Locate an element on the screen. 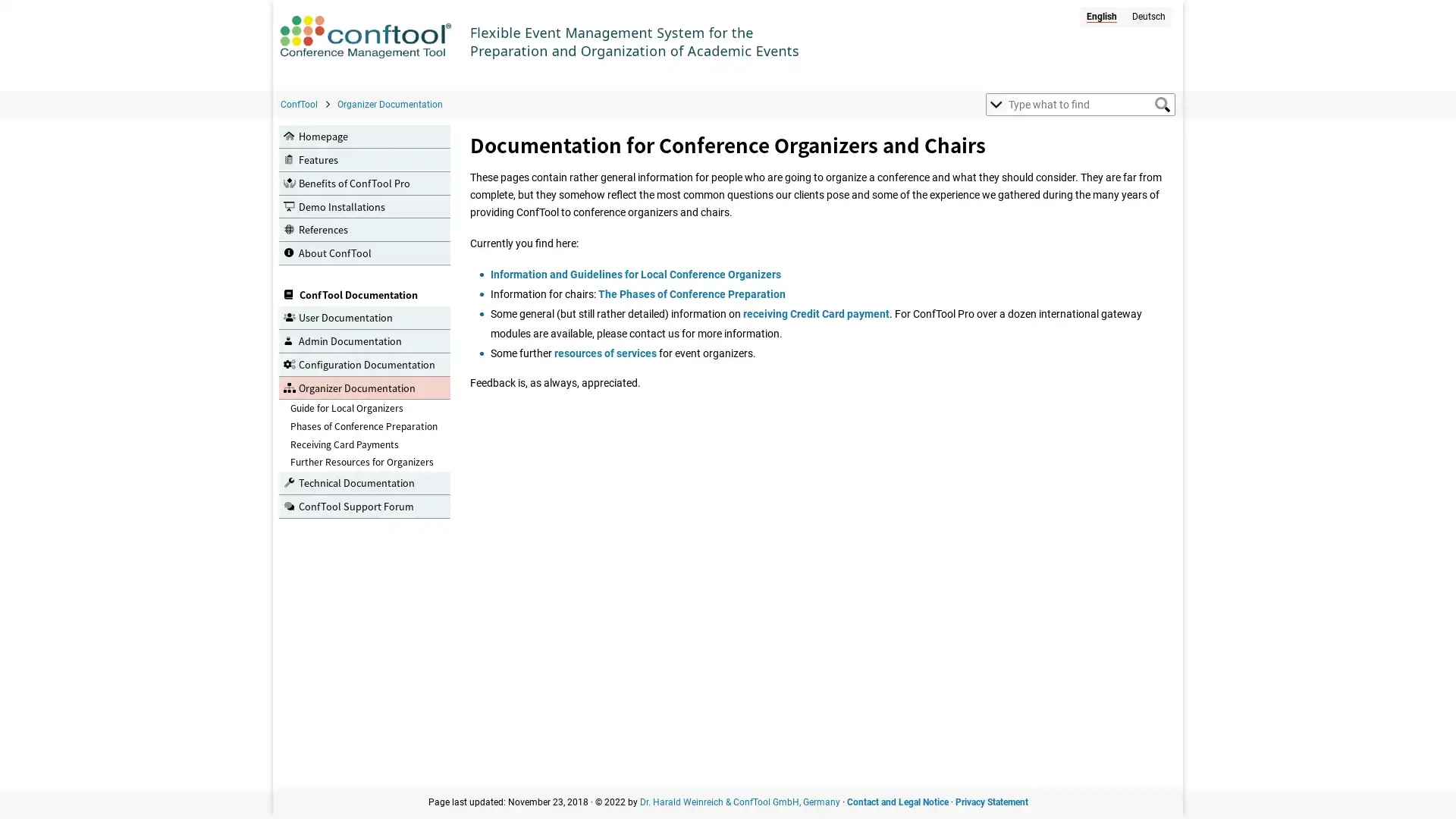 The height and width of the screenshot is (819, 1456). Search is located at coordinates (1161, 104).